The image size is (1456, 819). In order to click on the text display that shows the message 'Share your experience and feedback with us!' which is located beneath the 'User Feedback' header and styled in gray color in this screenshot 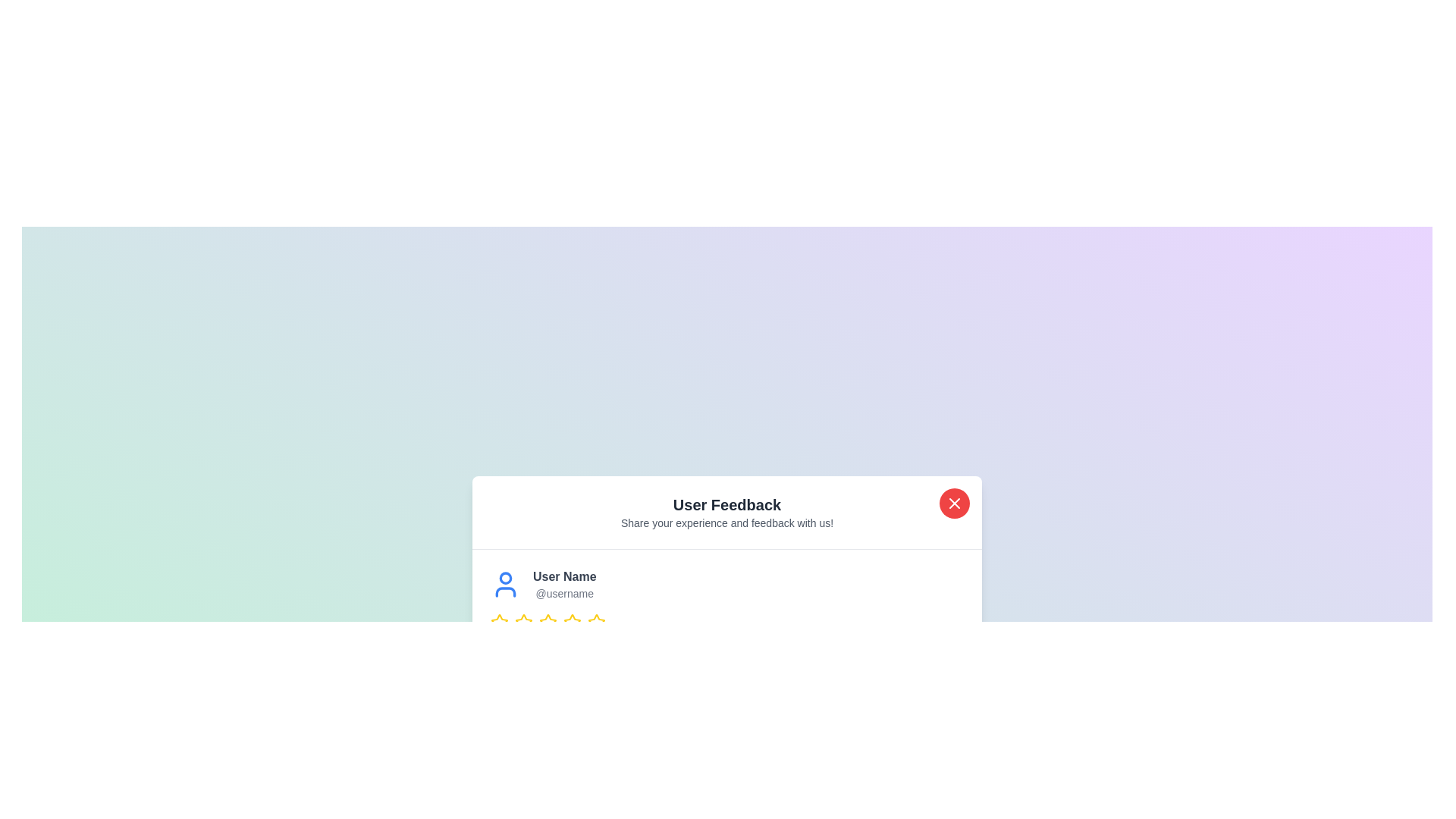, I will do `click(726, 522)`.